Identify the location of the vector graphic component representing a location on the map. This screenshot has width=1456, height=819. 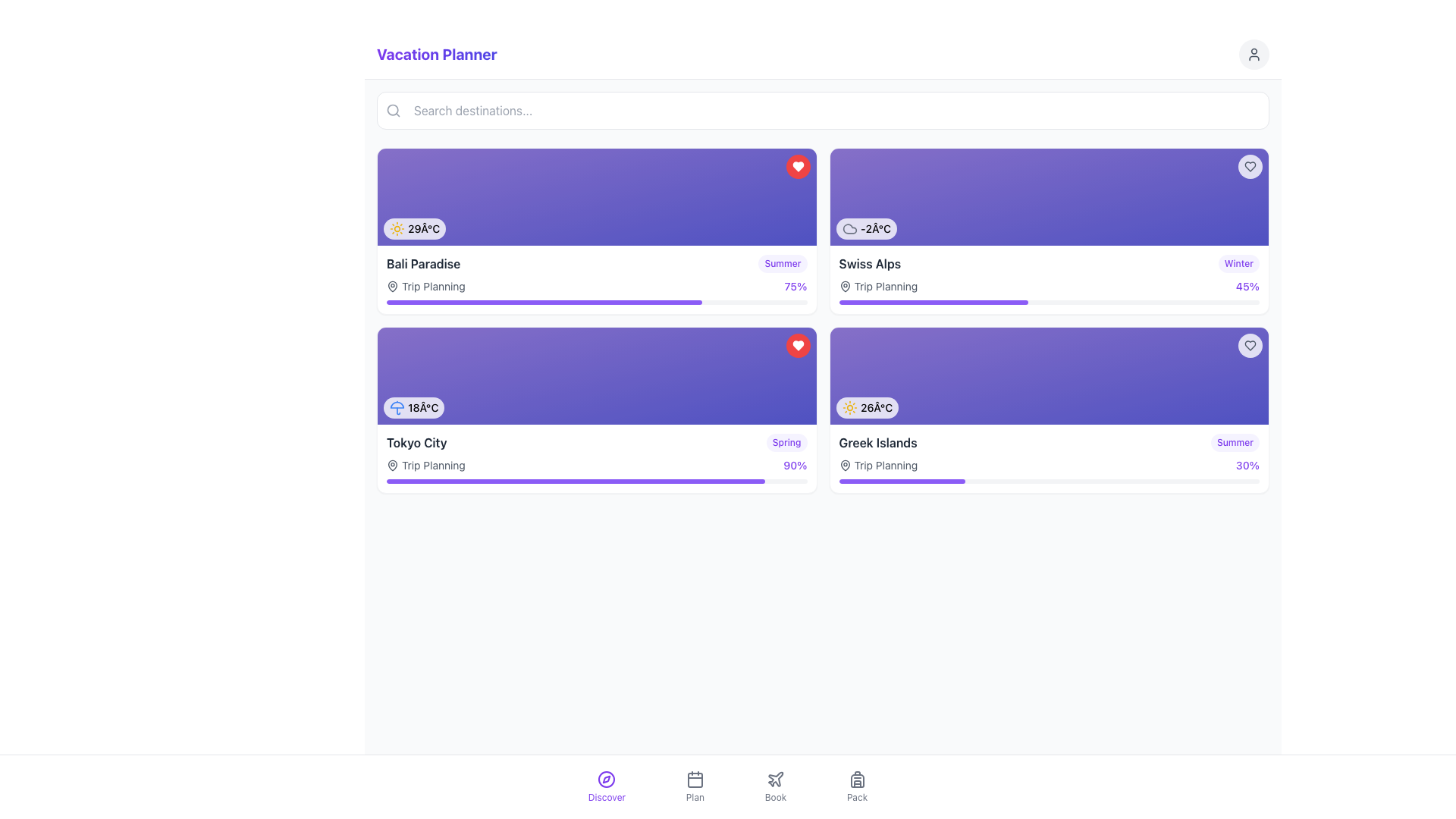
(393, 286).